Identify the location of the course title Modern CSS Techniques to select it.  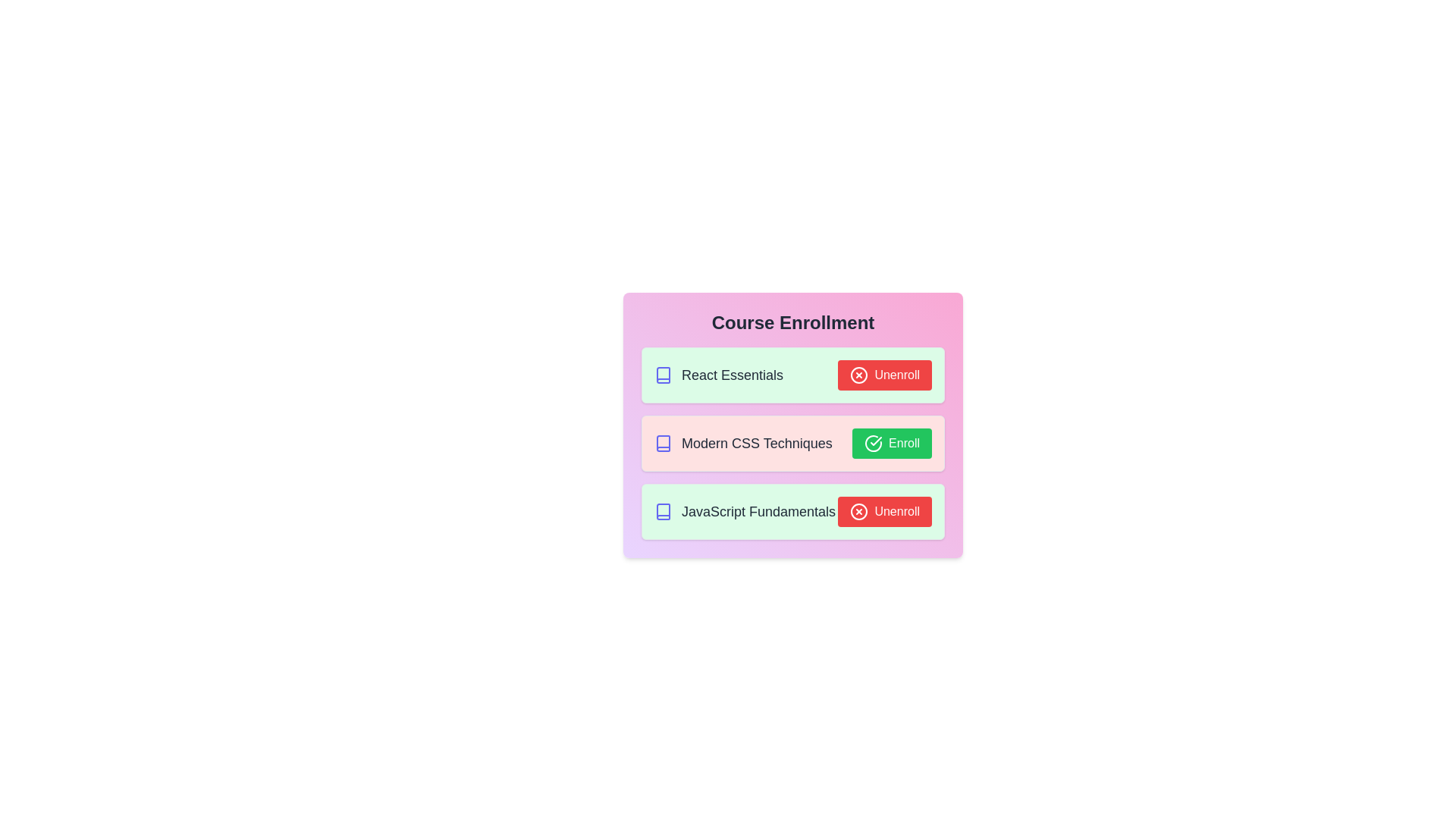
(742, 444).